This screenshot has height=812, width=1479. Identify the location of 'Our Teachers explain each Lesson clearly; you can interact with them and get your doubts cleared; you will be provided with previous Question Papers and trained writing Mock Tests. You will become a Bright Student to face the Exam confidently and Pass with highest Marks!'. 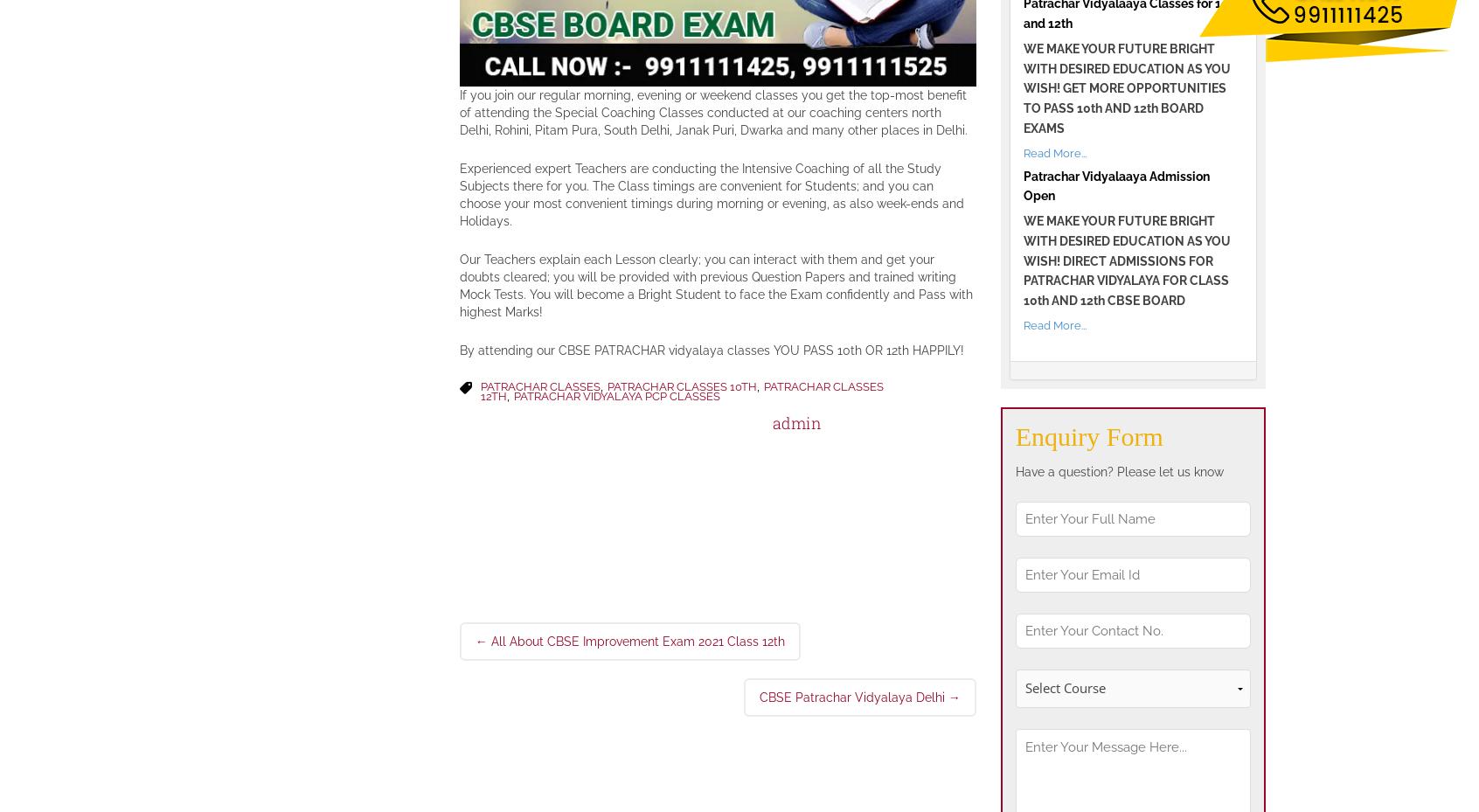
(715, 284).